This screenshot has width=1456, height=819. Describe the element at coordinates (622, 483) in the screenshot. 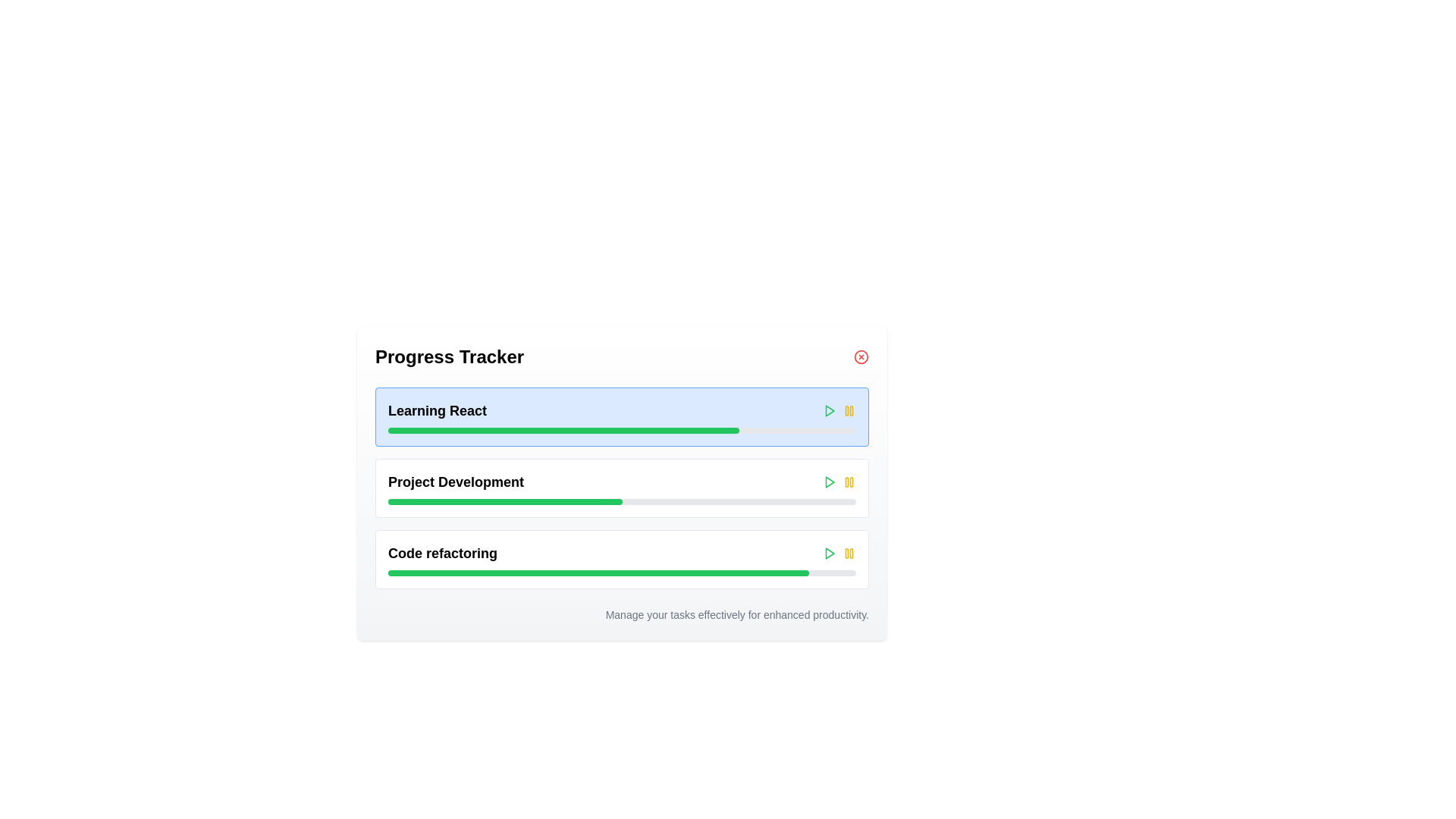

I see `the 'Project Development' progress bar` at that location.